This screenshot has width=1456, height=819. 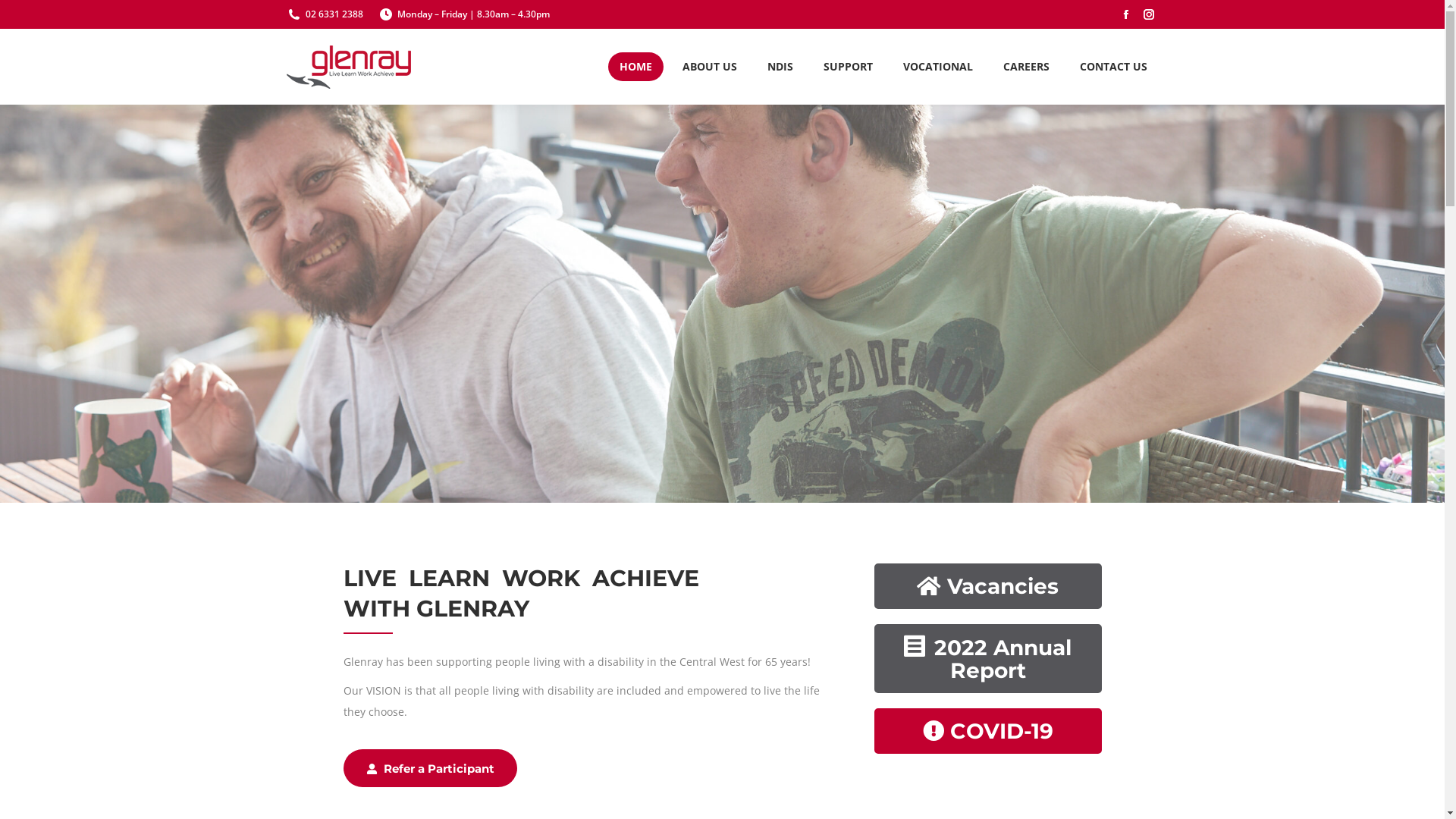 What do you see at coordinates (779, 66) in the screenshot?
I see `'NDIS'` at bounding box center [779, 66].